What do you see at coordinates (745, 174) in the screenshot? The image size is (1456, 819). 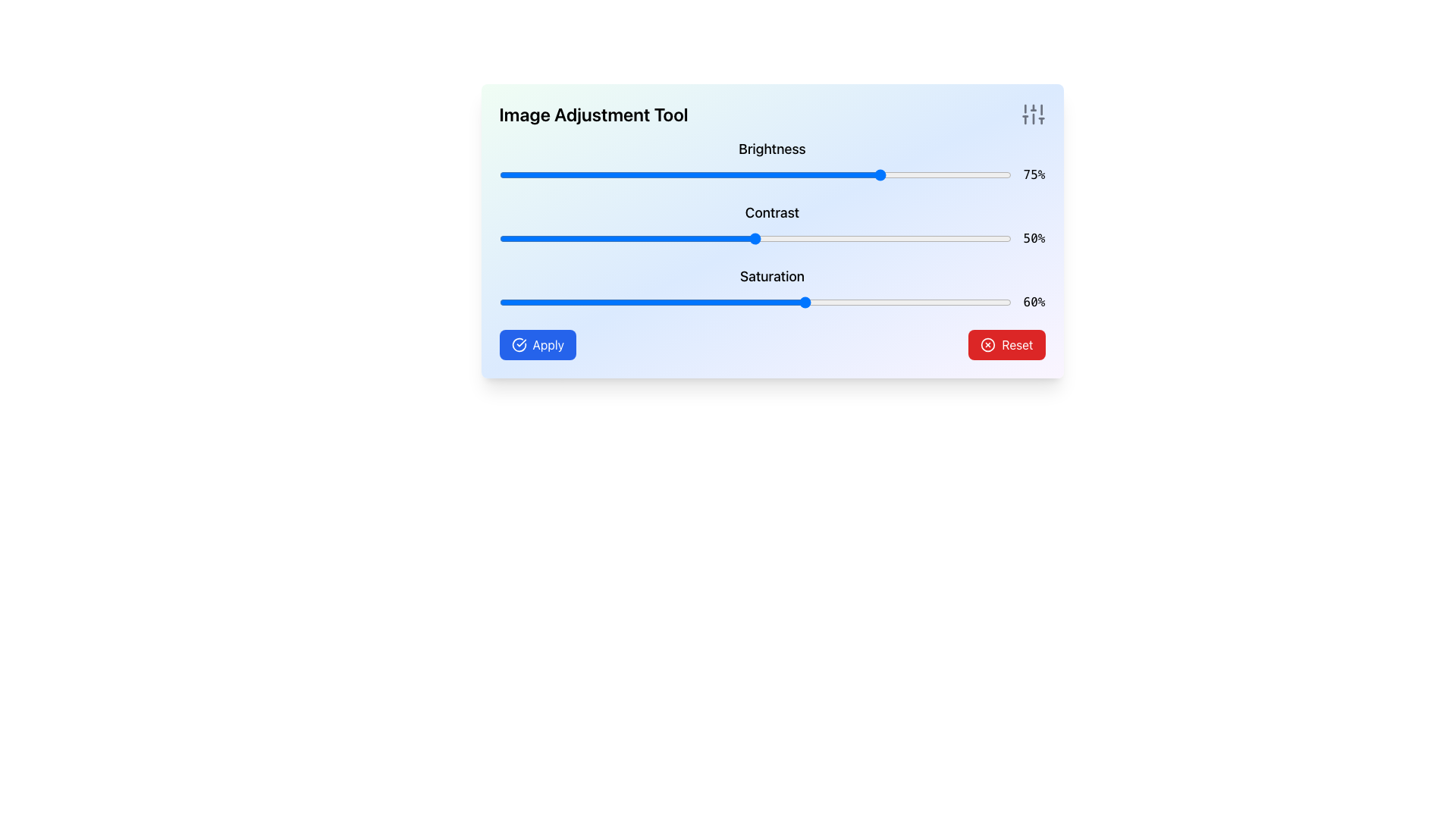 I see `the brightness` at bounding box center [745, 174].